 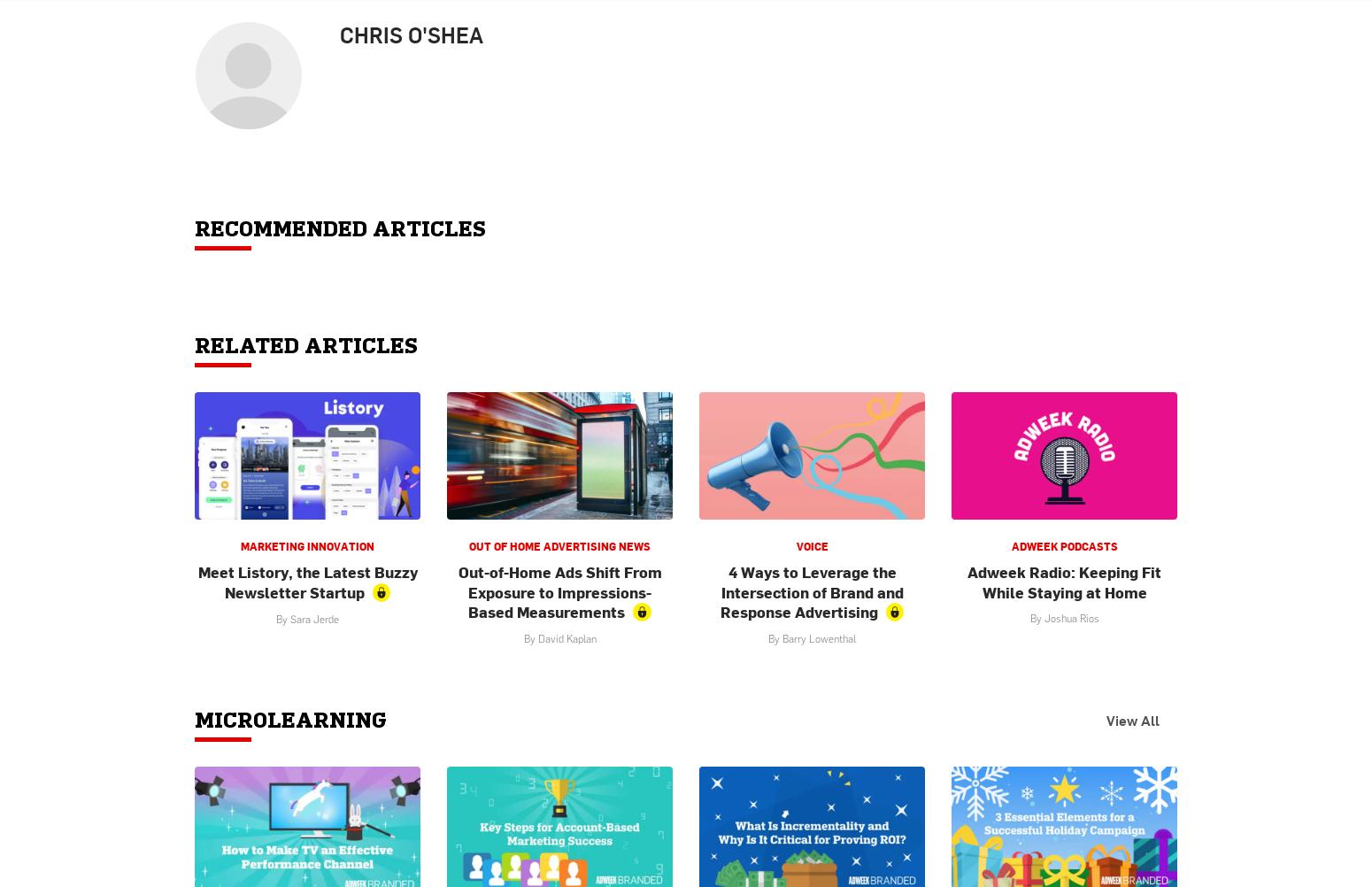 What do you see at coordinates (304, 344) in the screenshot?
I see `'Related Articles'` at bounding box center [304, 344].